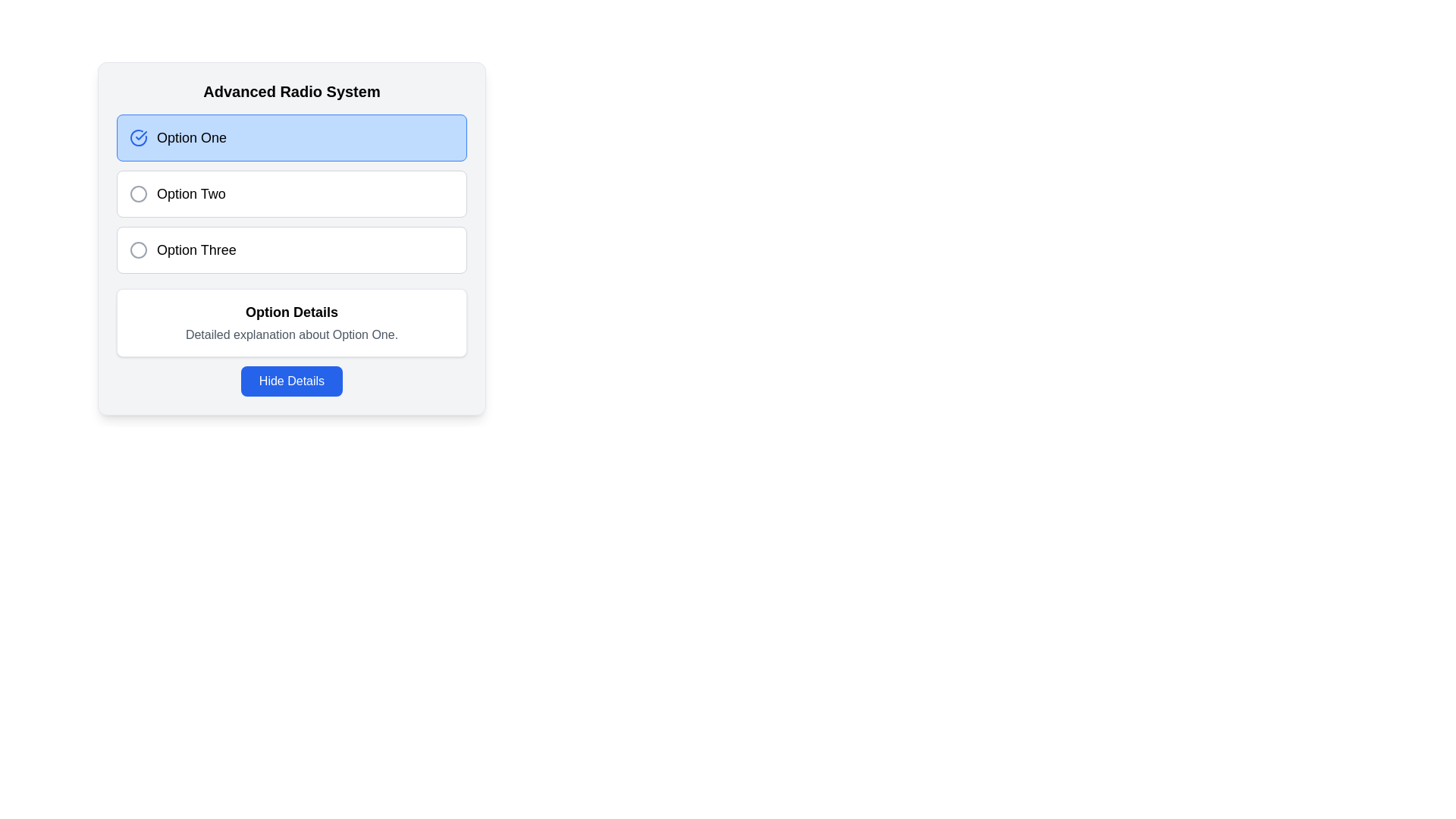 The width and height of the screenshot is (1456, 819). I want to click on the circular radio button labeled 'Option Three', so click(291, 239).